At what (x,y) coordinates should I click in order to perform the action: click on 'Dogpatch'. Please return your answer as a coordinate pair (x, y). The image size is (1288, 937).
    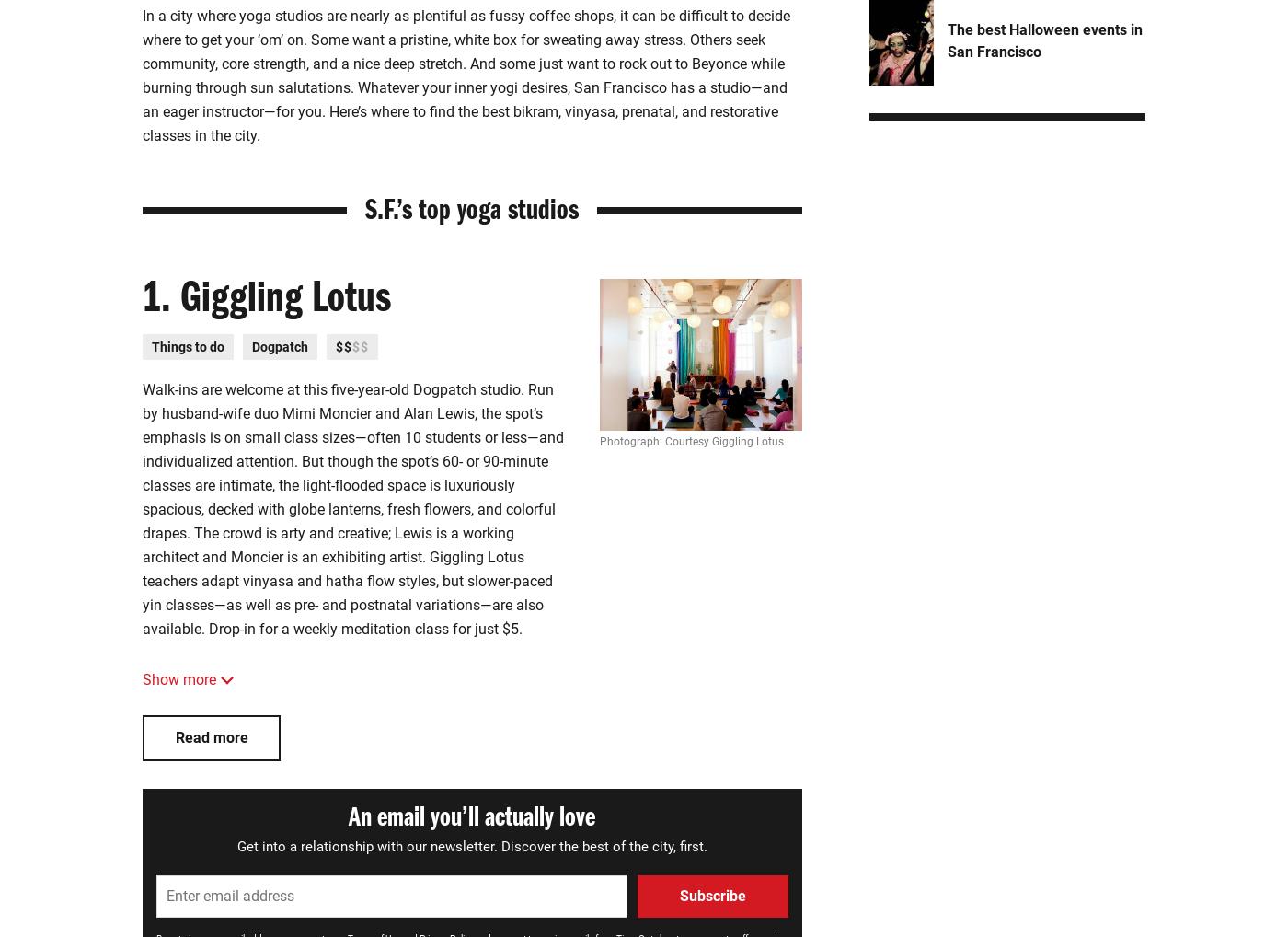
    Looking at the image, I should click on (280, 346).